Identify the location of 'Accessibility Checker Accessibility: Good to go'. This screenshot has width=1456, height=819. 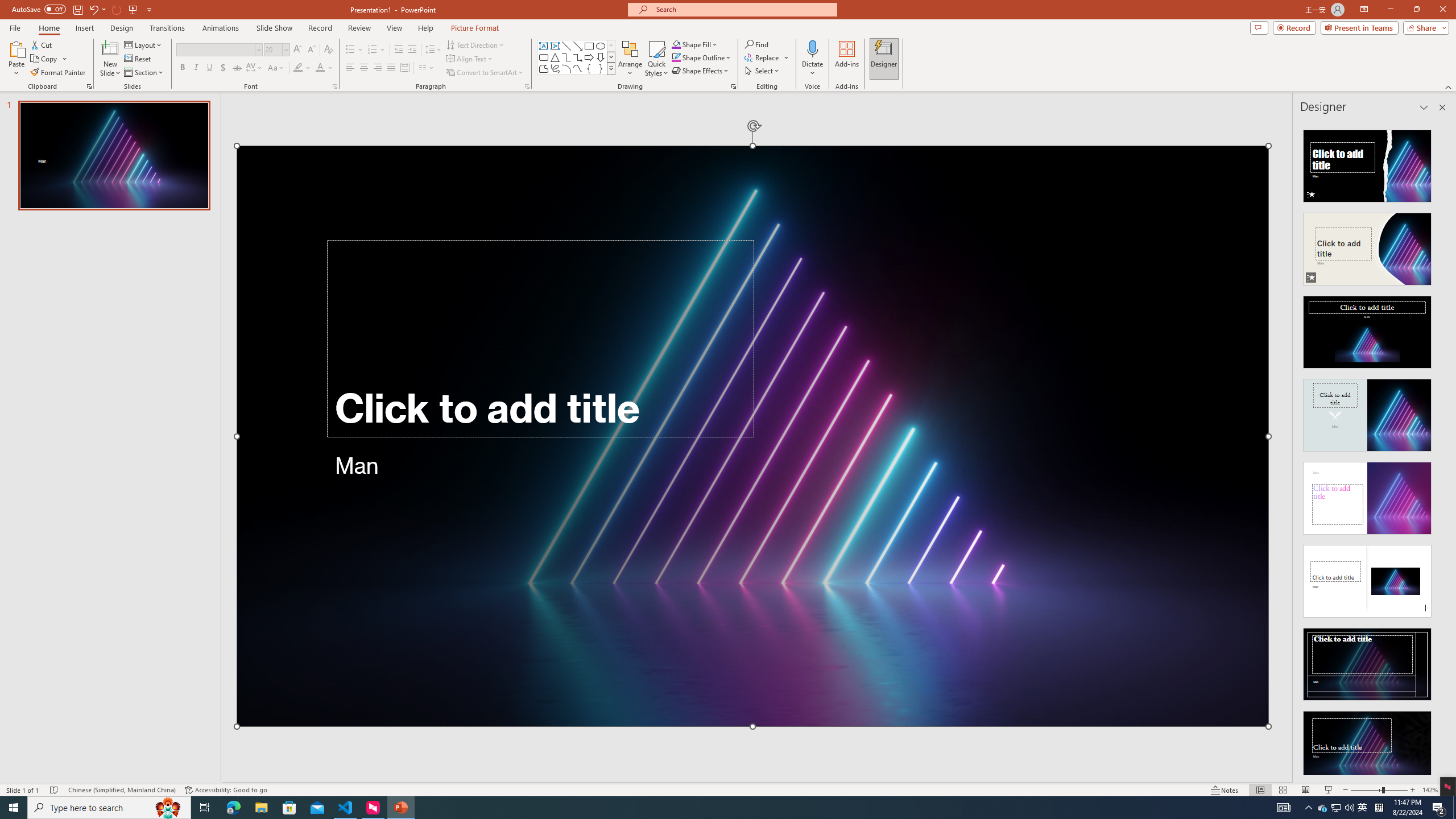
(226, 790).